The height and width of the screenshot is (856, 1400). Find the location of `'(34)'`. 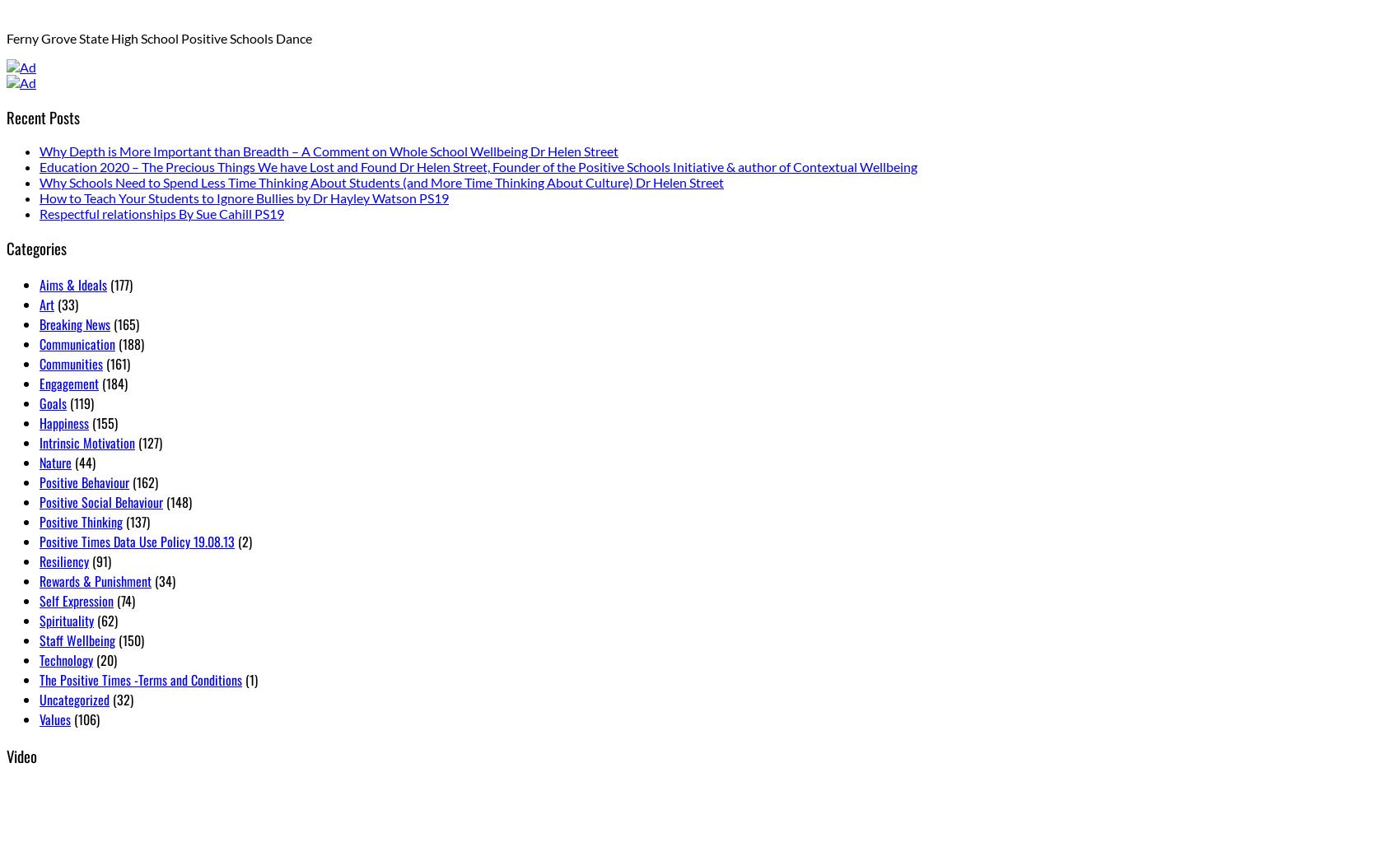

'(34)' is located at coordinates (150, 580).